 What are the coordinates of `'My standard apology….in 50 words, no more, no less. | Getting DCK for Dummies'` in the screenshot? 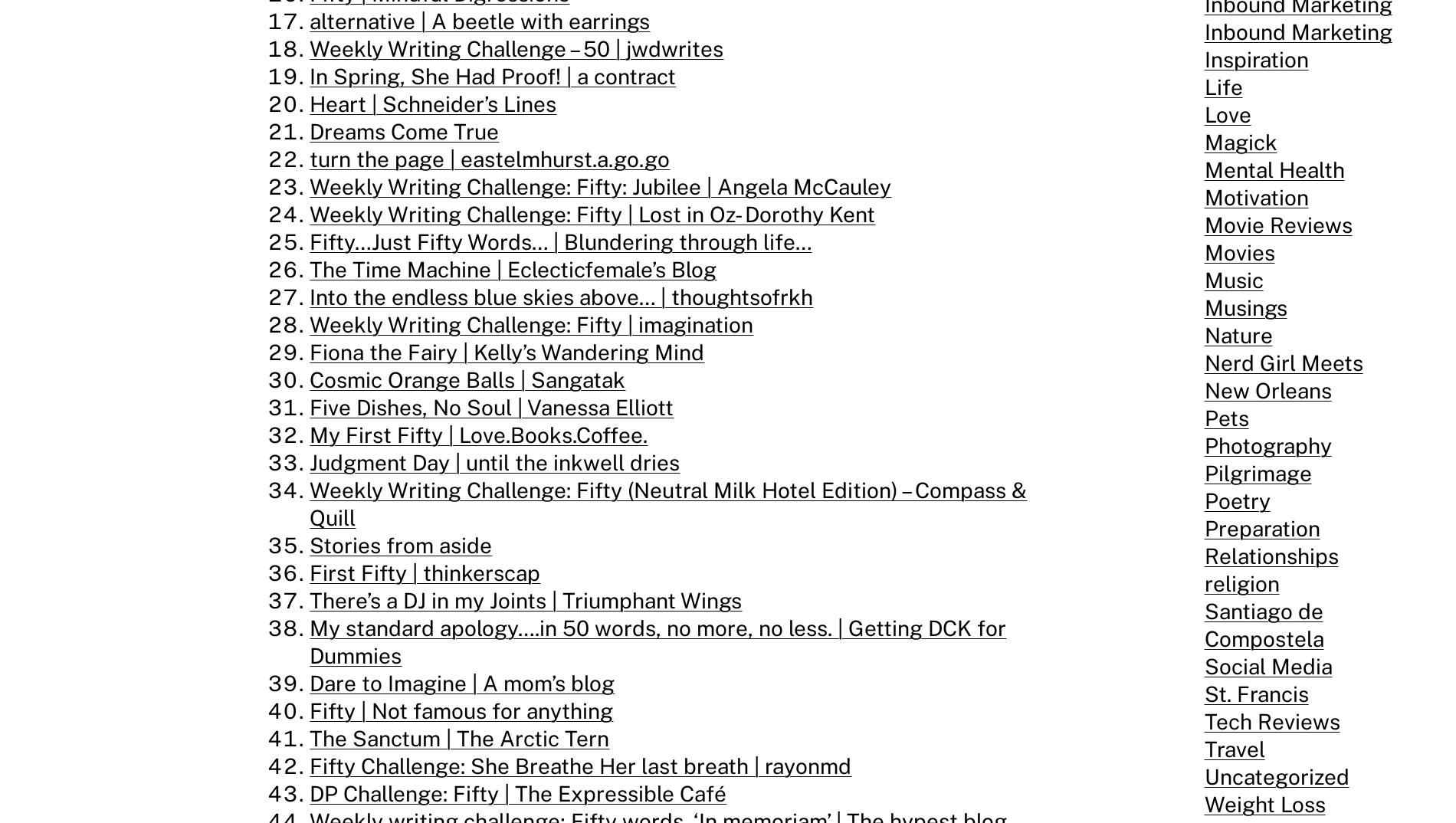 It's located at (308, 641).